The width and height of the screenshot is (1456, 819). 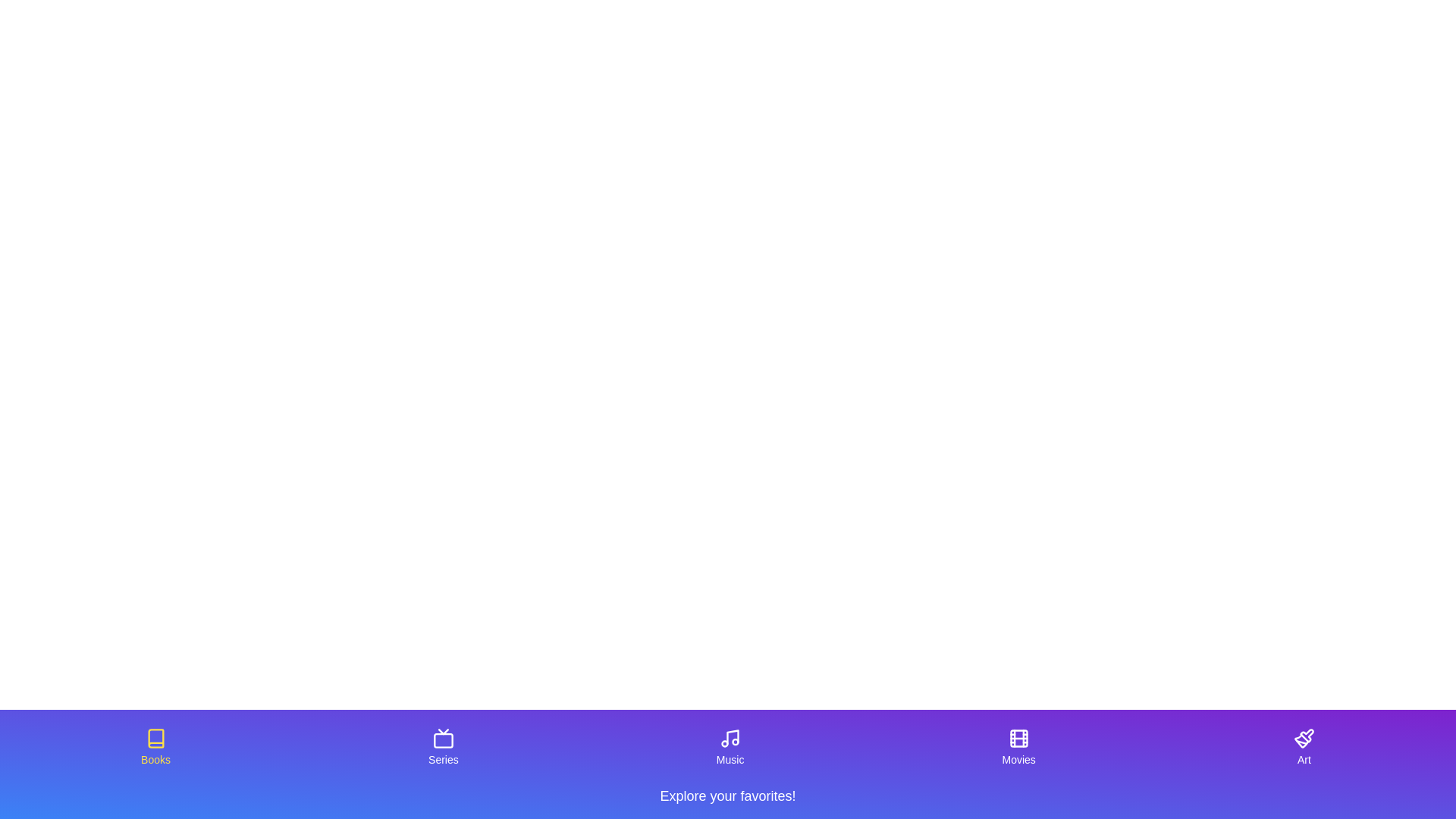 I want to click on the tab labeled 'Art' to observe its hover effect, so click(x=1303, y=747).